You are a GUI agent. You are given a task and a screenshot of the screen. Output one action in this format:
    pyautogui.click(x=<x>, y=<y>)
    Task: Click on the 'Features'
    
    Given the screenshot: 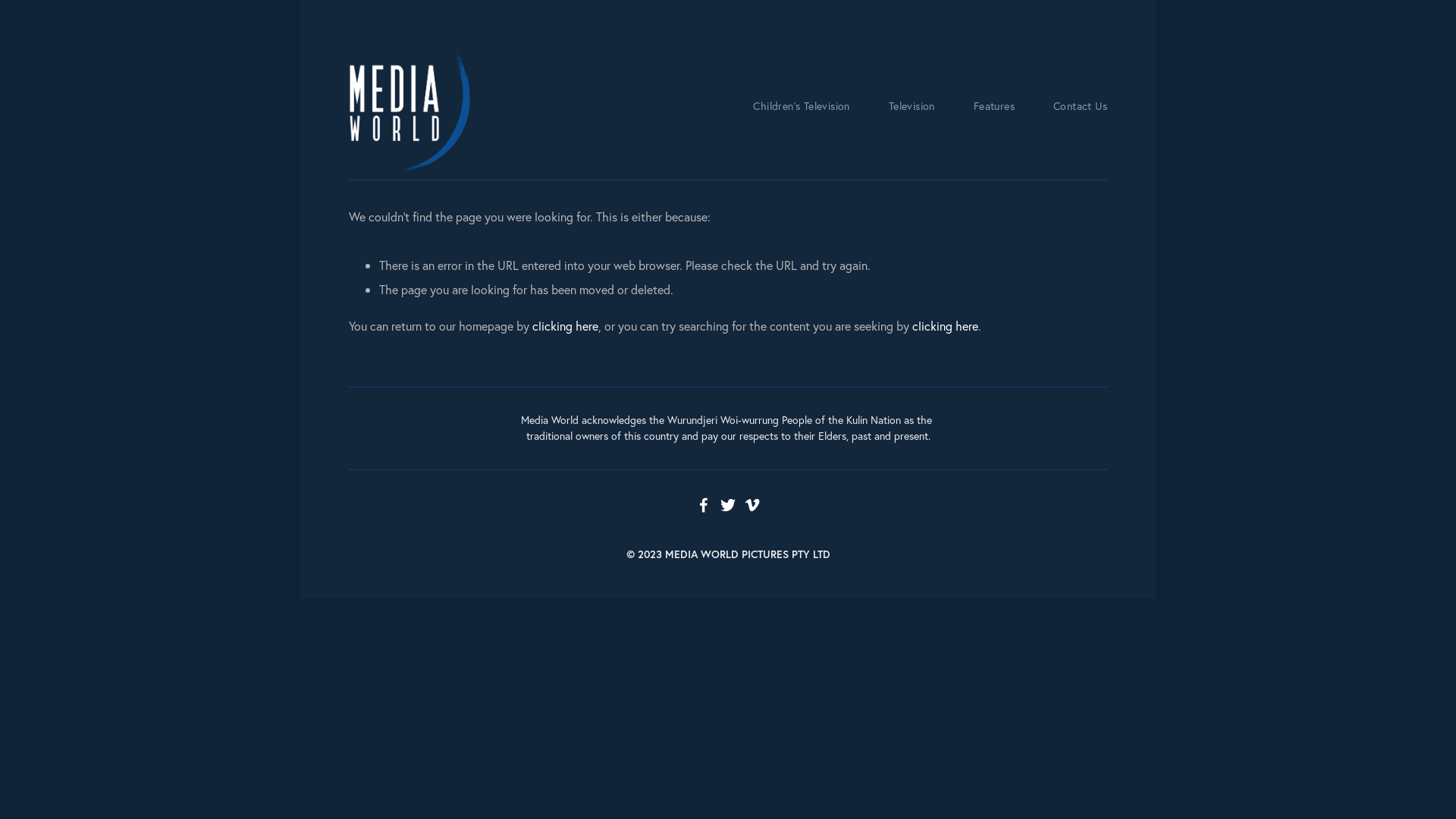 What is the action you would take?
    pyautogui.click(x=993, y=106)
    